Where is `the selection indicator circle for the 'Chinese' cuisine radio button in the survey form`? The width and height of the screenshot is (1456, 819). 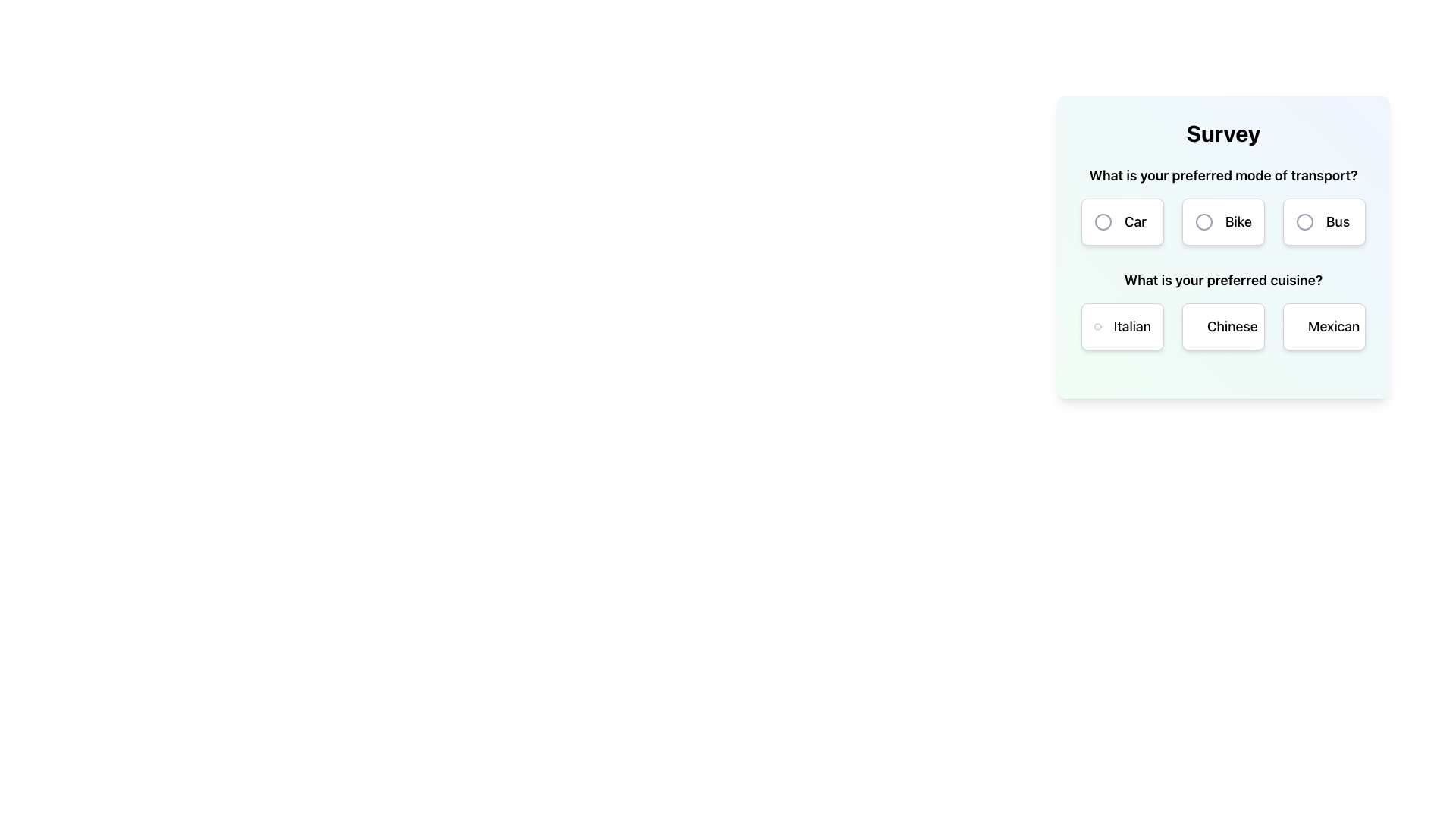 the selection indicator circle for the 'Chinese' cuisine radio button in the survey form is located at coordinates (1203, 326).